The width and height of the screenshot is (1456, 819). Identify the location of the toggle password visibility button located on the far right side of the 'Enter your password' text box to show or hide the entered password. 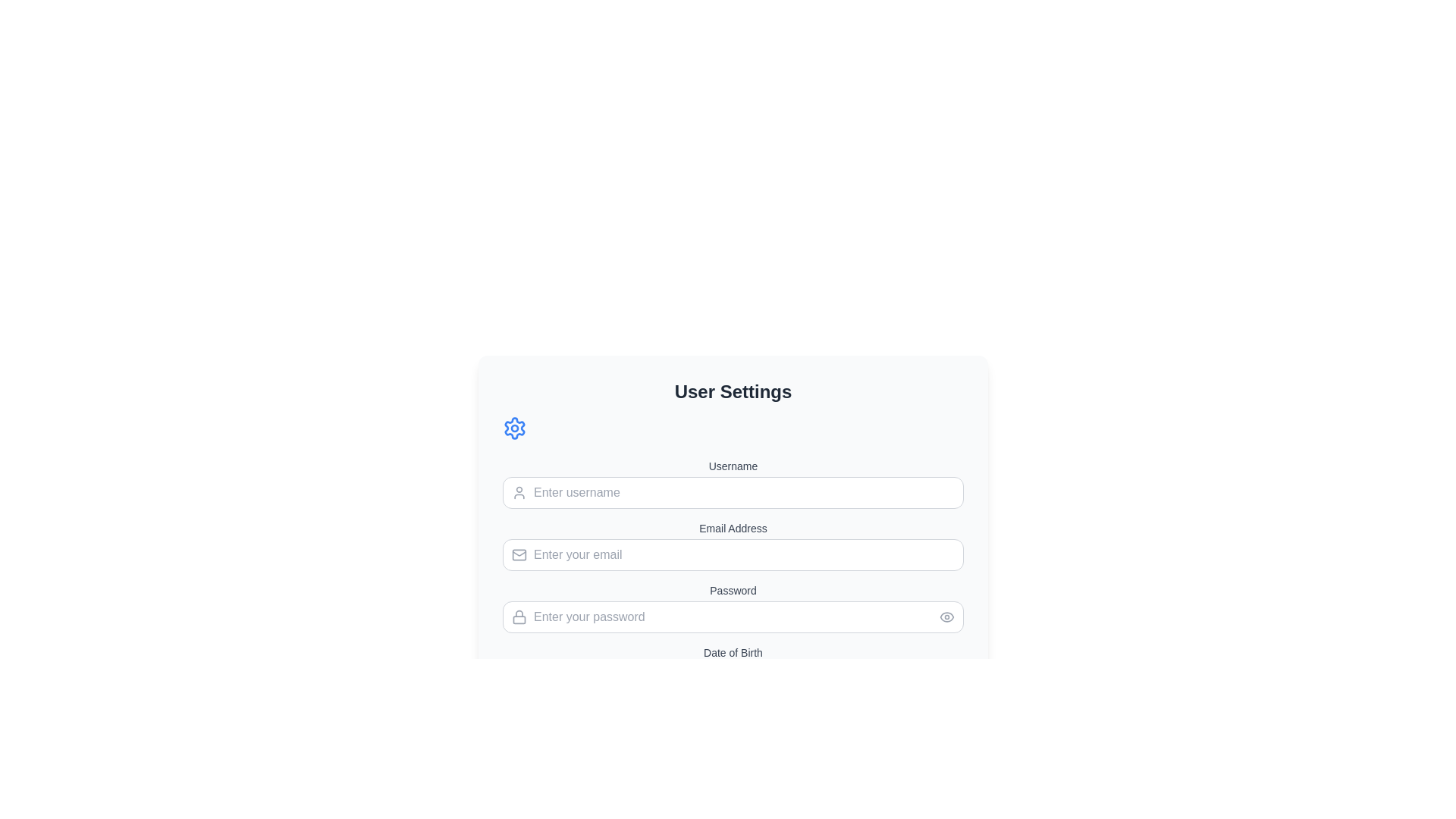
(946, 617).